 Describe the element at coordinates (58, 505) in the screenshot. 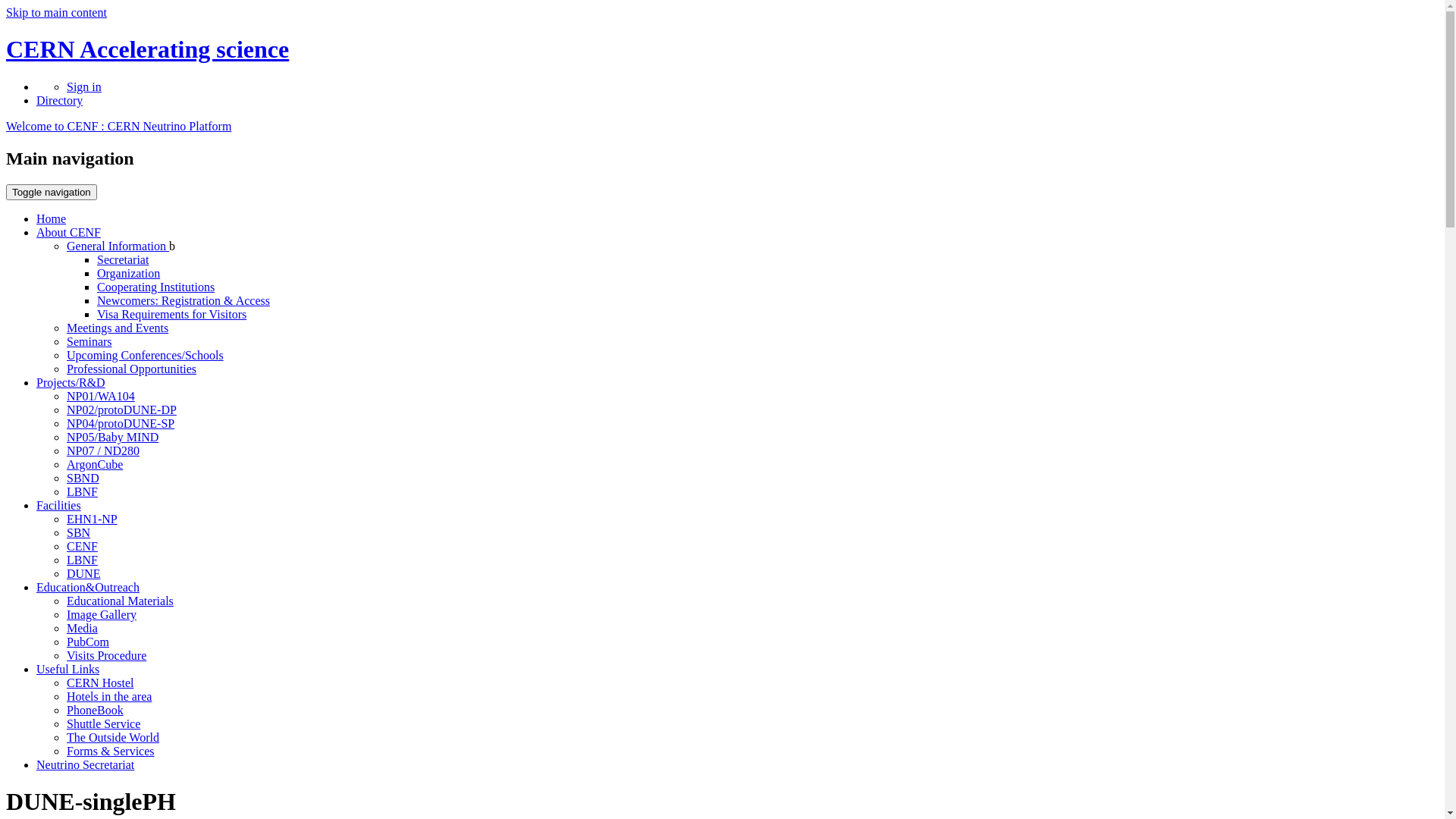

I see `'Facilities'` at that location.